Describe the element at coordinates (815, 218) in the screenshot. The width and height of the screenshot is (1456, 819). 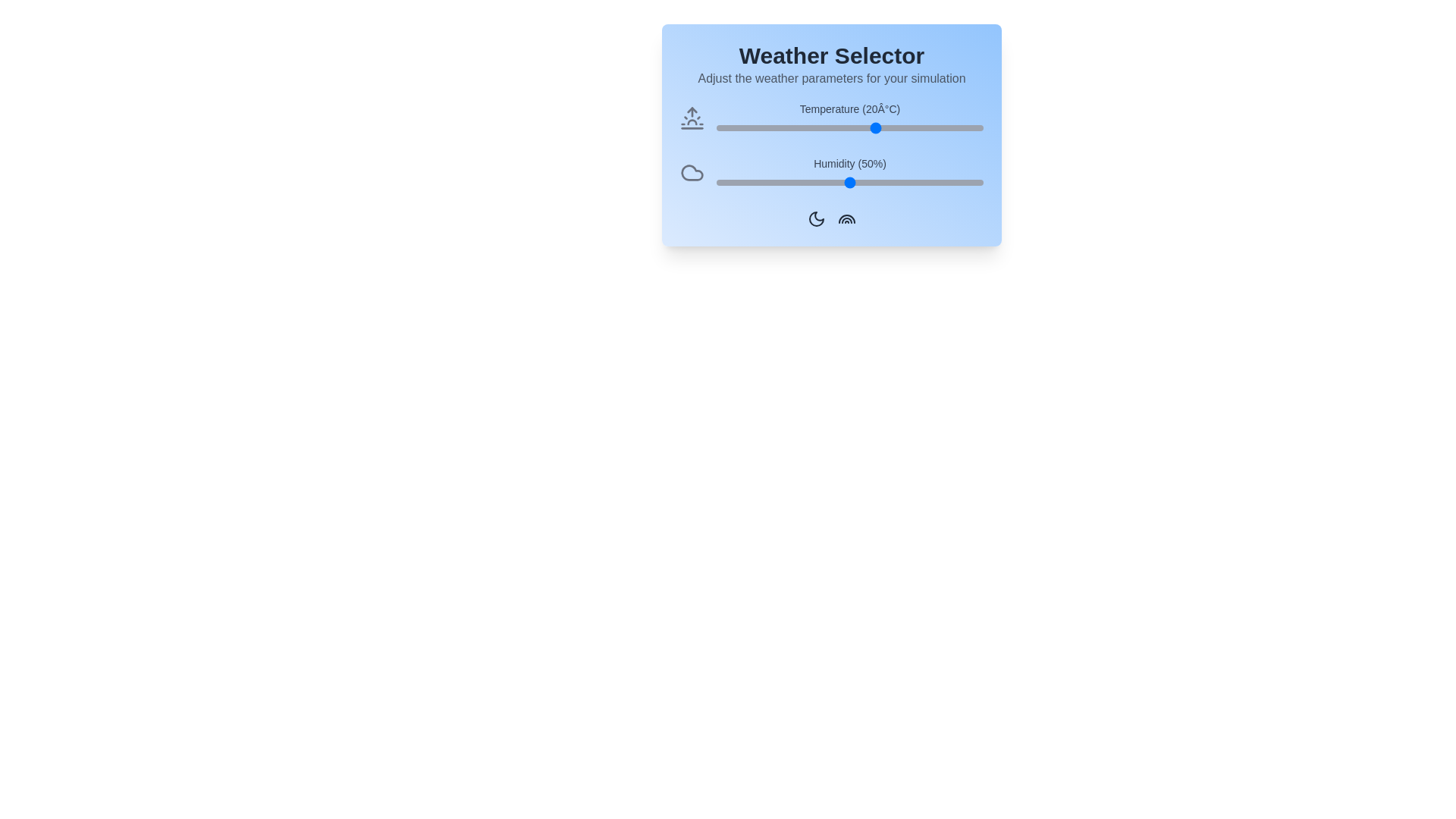
I see `the moon icon in the footer` at that location.